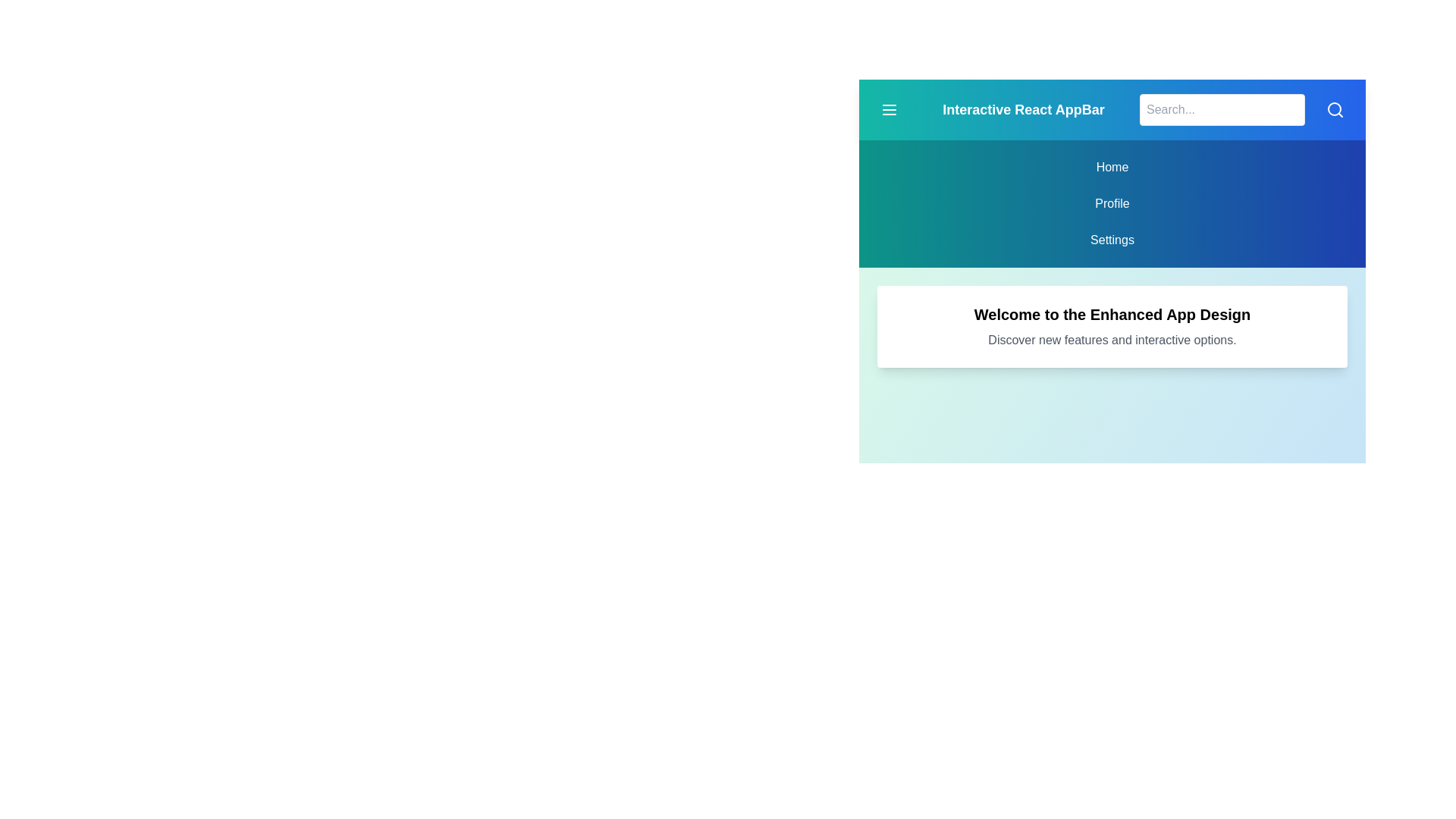  Describe the element at coordinates (1335, 109) in the screenshot. I see `the search button to toggle the visibility of the search bar` at that location.